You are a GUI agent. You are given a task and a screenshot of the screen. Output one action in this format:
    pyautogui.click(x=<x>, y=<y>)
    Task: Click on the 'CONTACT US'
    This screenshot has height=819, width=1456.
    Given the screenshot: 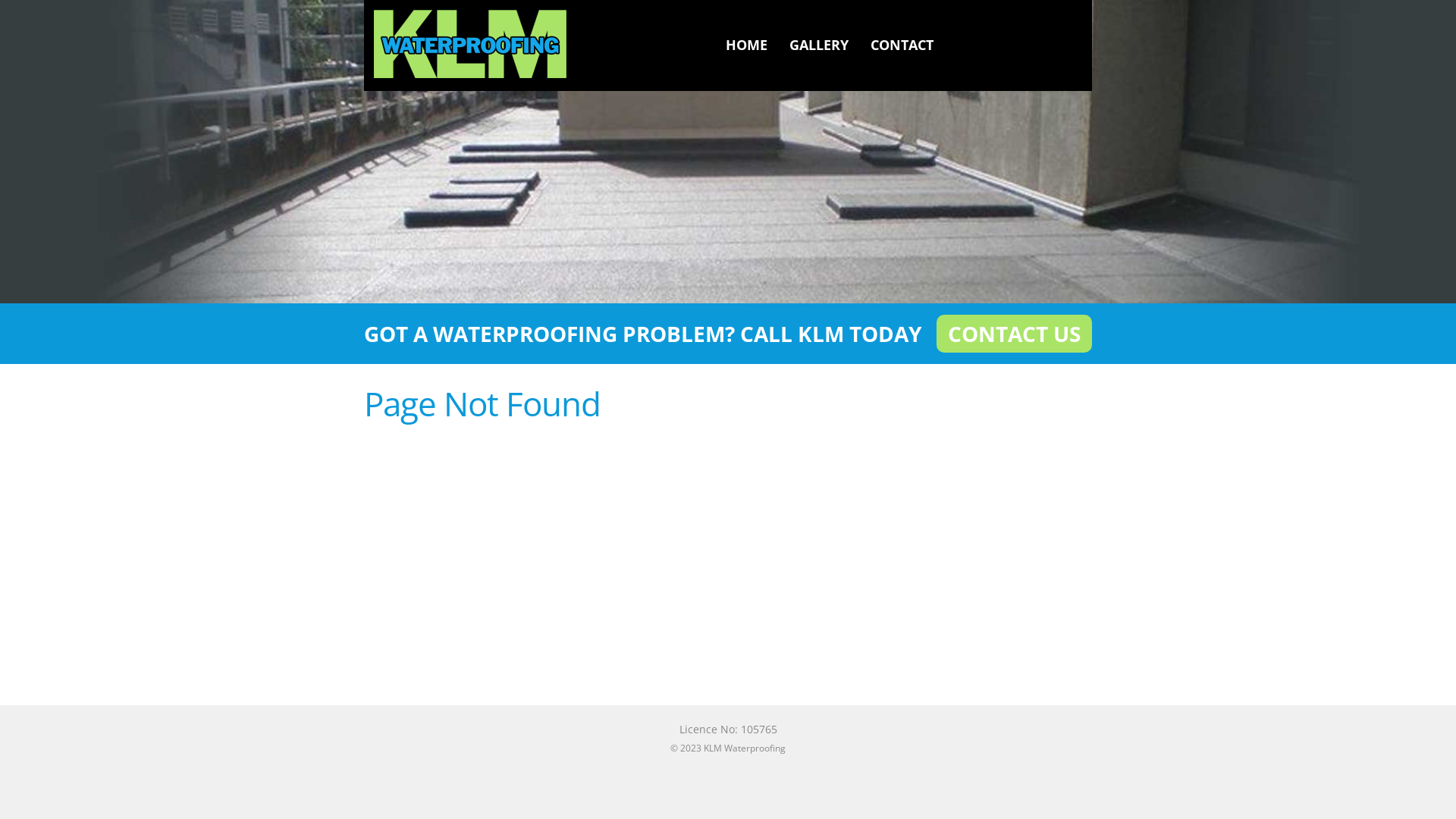 What is the action you would take?
    pyautogui.click(x=1014, y=332)
    